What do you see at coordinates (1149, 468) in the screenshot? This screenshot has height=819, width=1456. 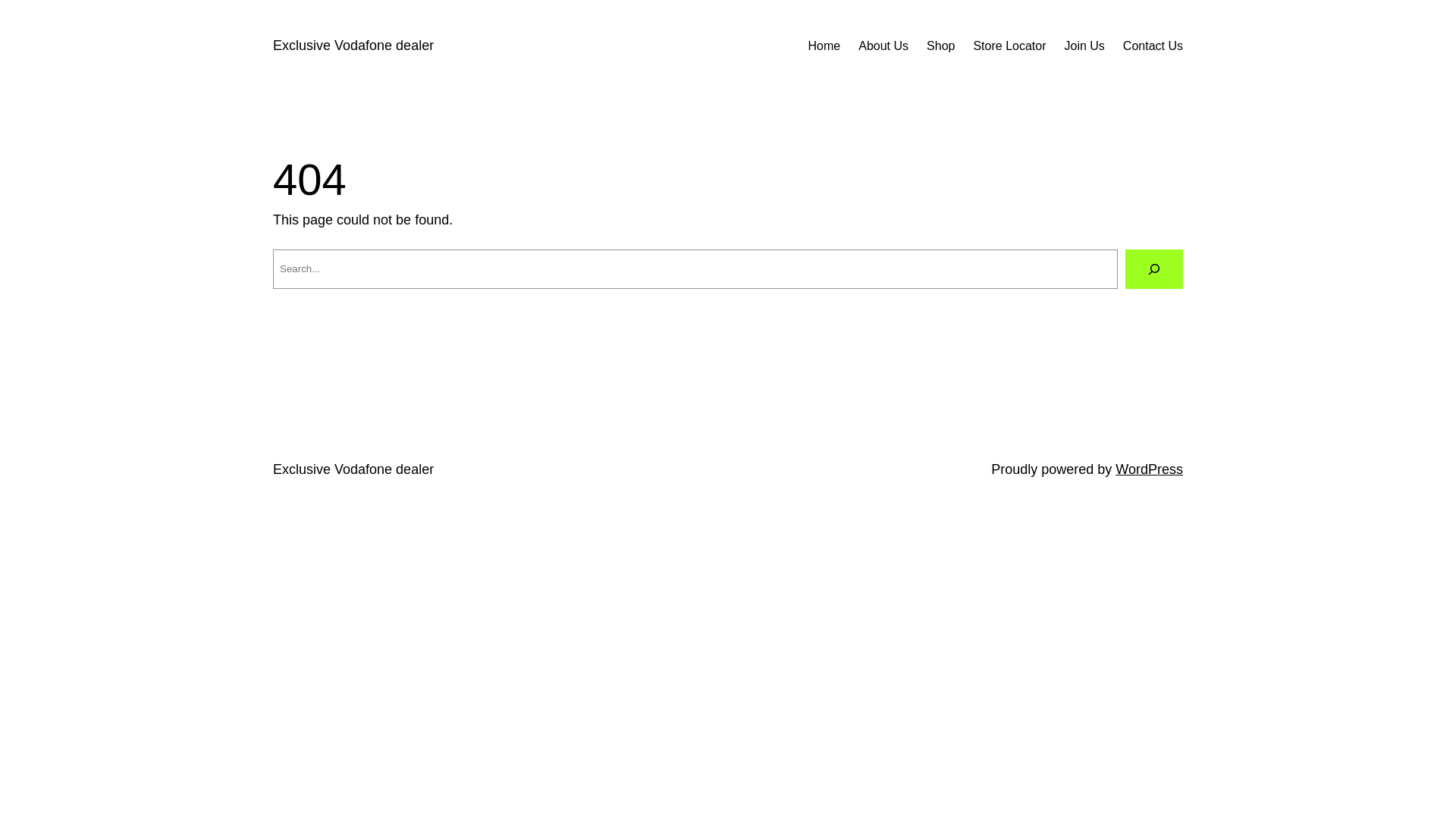 I see `'WordPress'` at bounding box center [1149, 468].